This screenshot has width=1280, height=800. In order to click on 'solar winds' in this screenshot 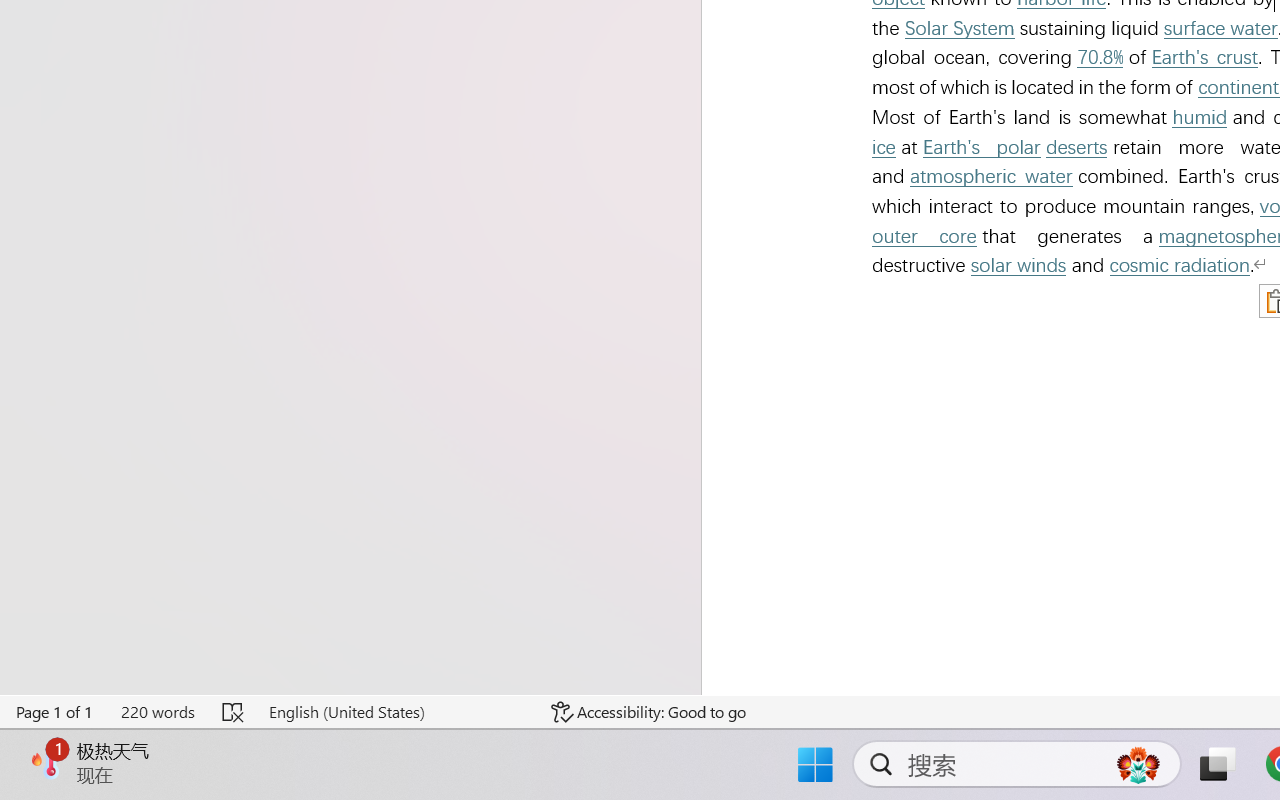, I will do `click(1018, 264)`.